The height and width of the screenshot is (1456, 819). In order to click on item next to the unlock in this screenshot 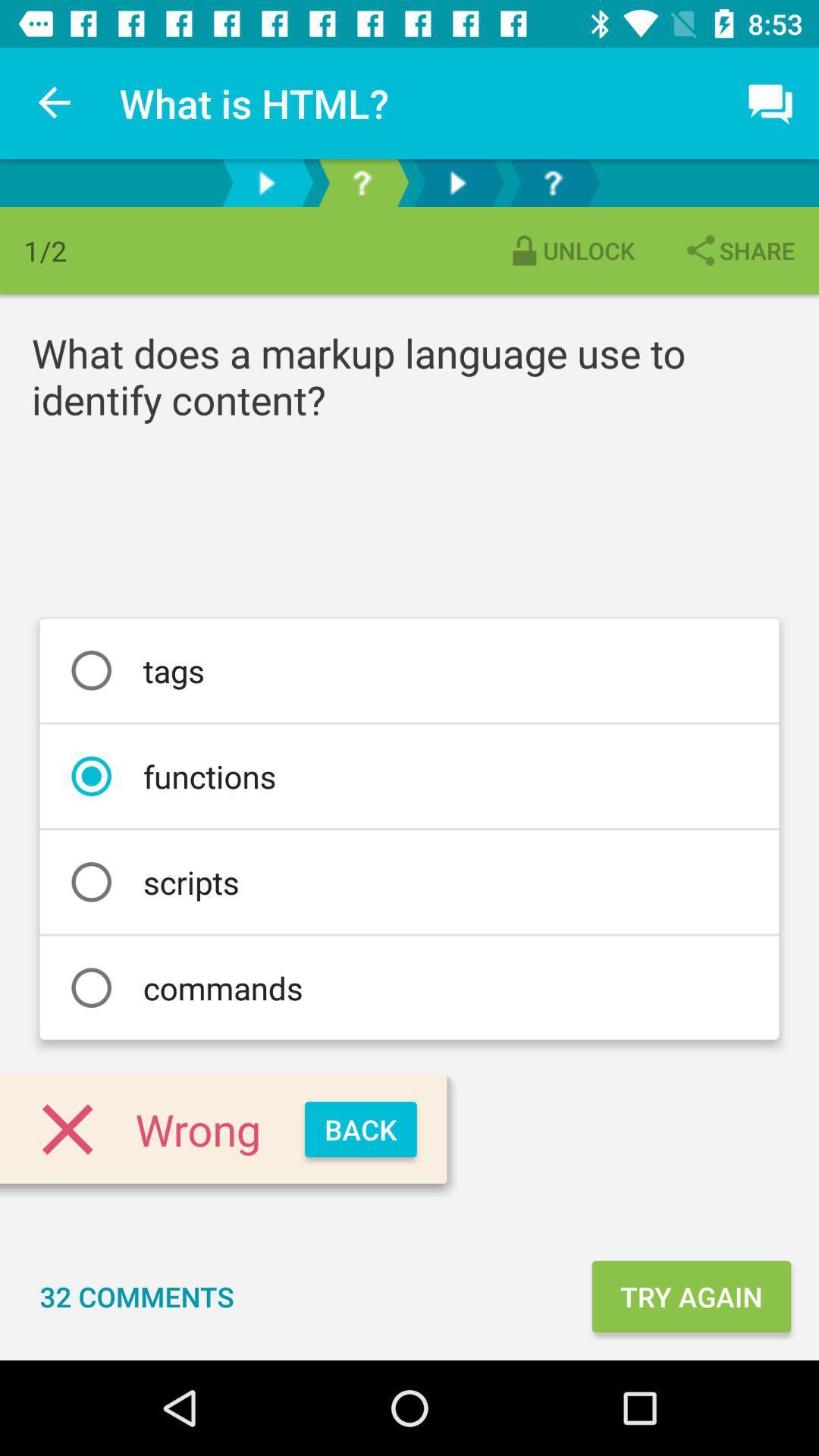, I will do `click(738, 250)`.